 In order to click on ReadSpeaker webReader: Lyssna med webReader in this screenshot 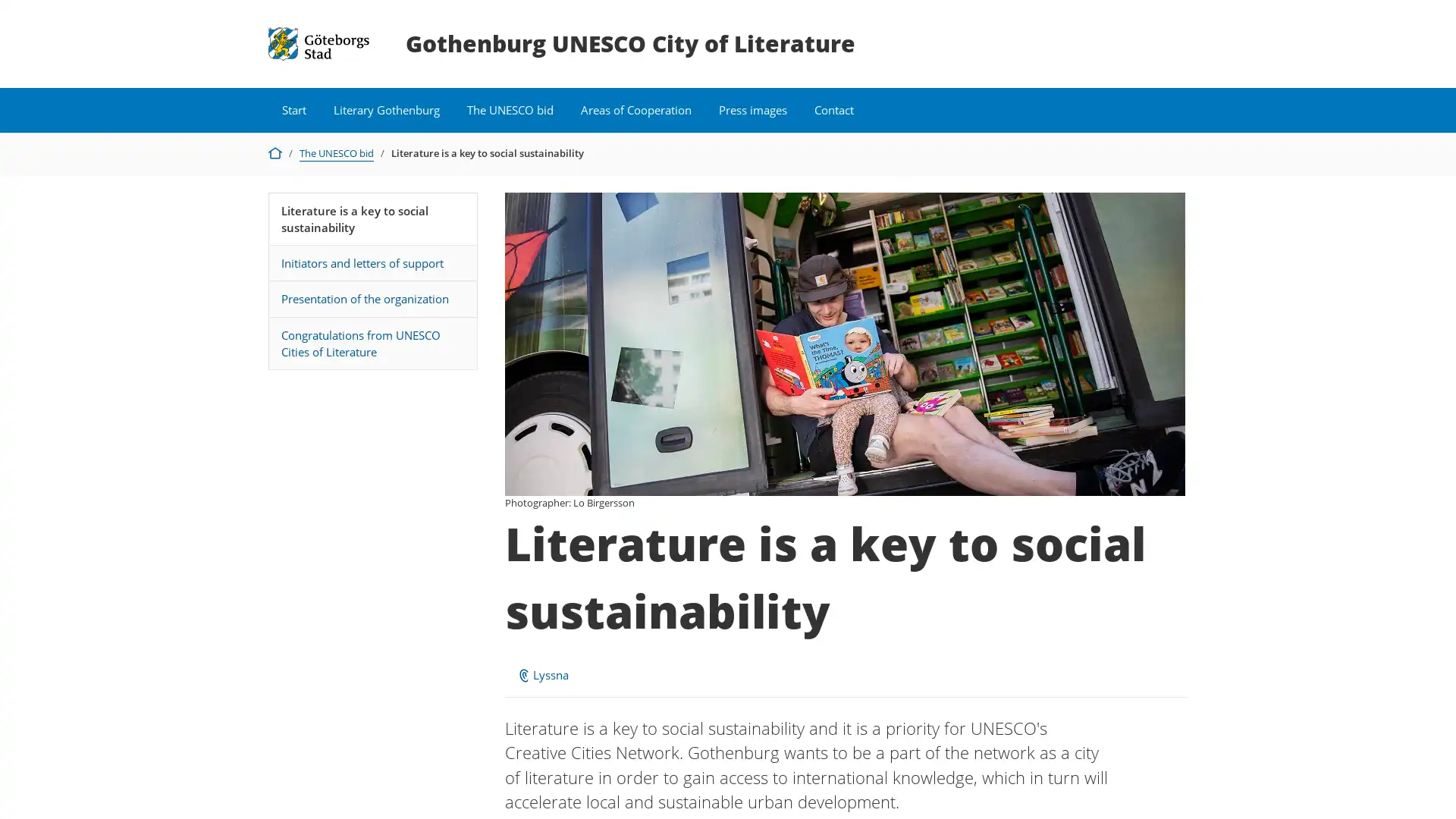, I will do `click(542, 674)`.